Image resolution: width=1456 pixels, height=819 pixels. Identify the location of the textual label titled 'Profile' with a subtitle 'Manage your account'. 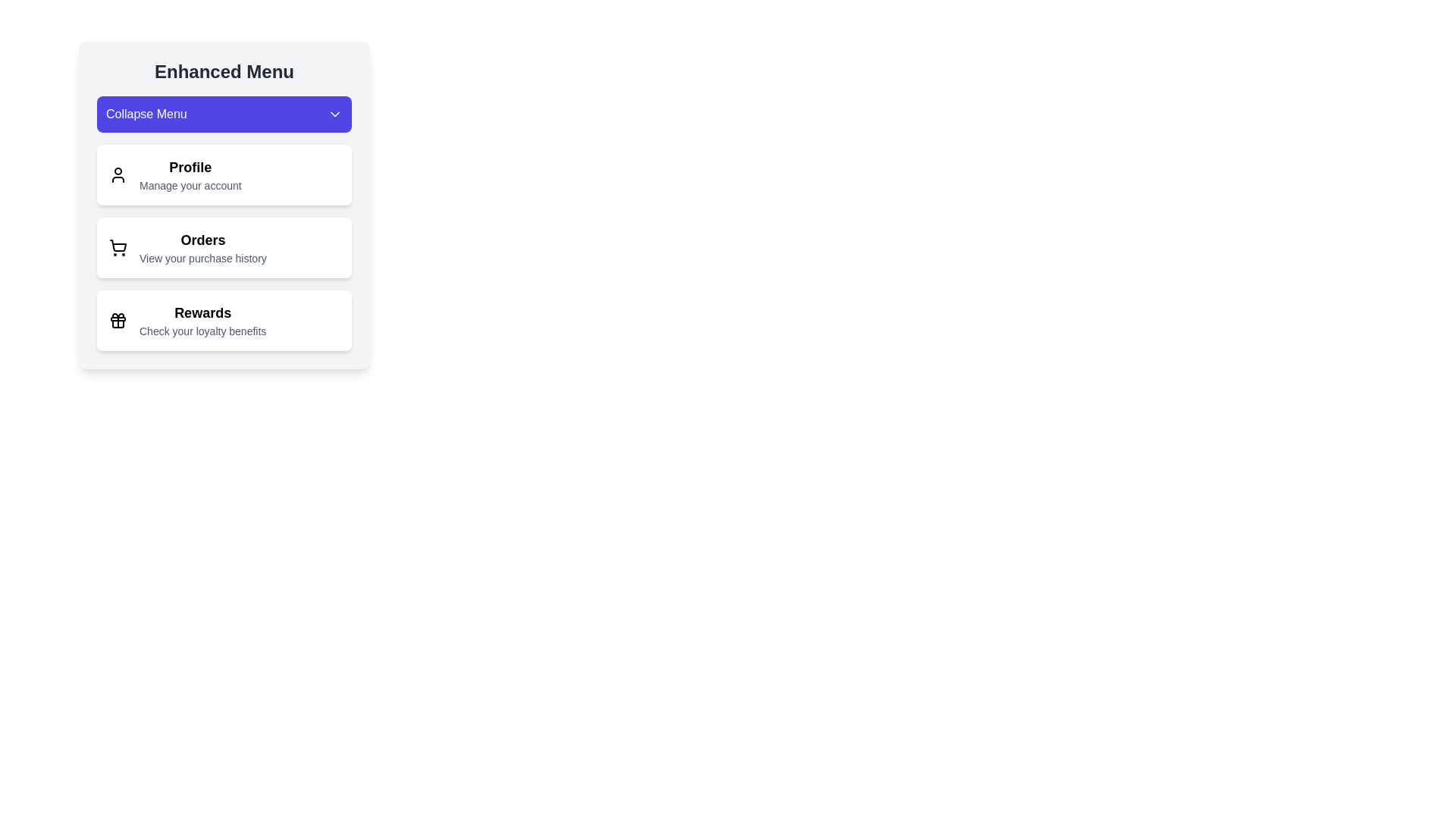
(190, 174).